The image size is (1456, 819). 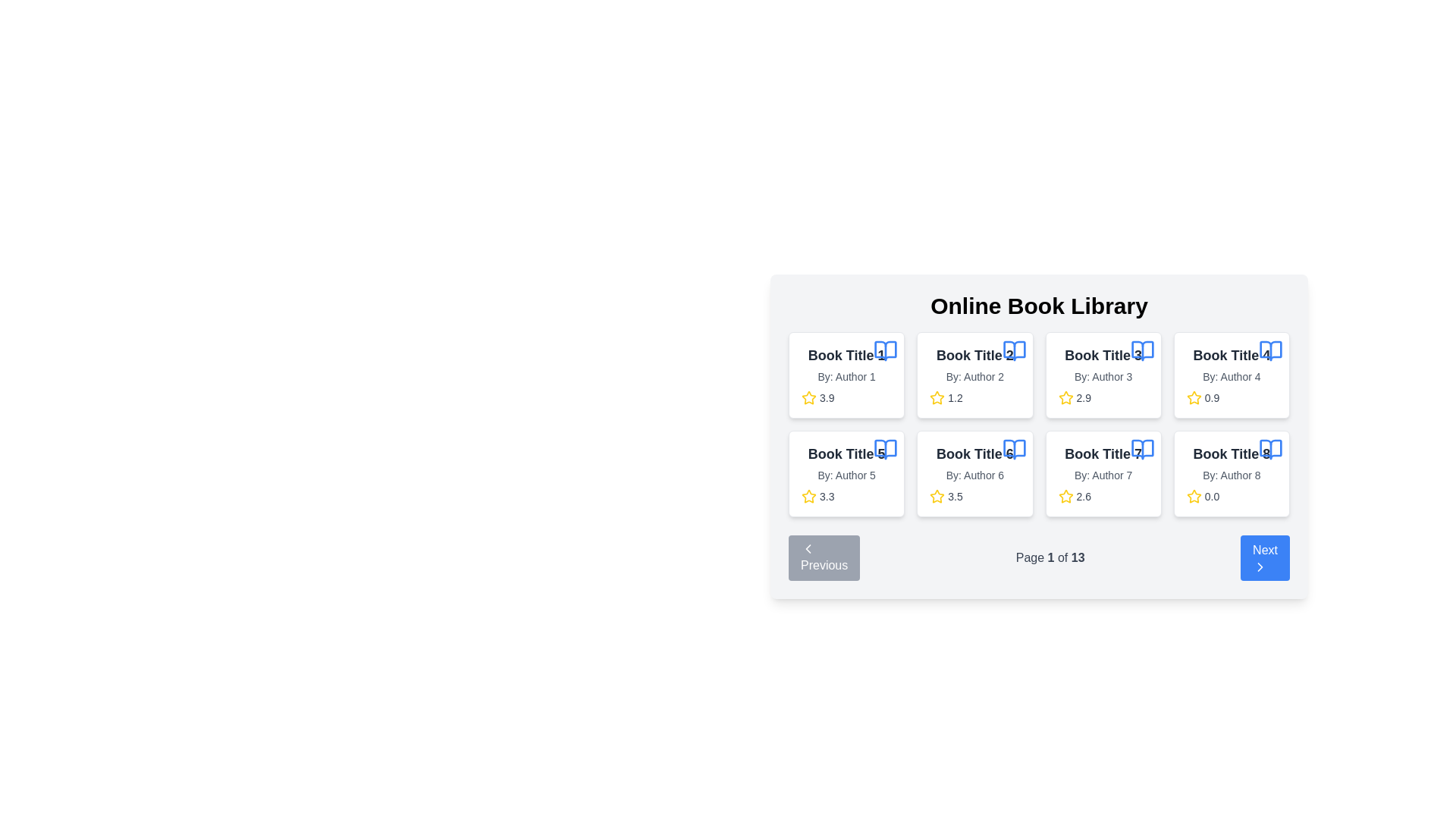 What do you see at coordinates (1232, 453) in the screenshot?
I see `the title Text Label in the bottom-right book card of the 'Online Book Library' interface` at bounding box center [1232, 453].